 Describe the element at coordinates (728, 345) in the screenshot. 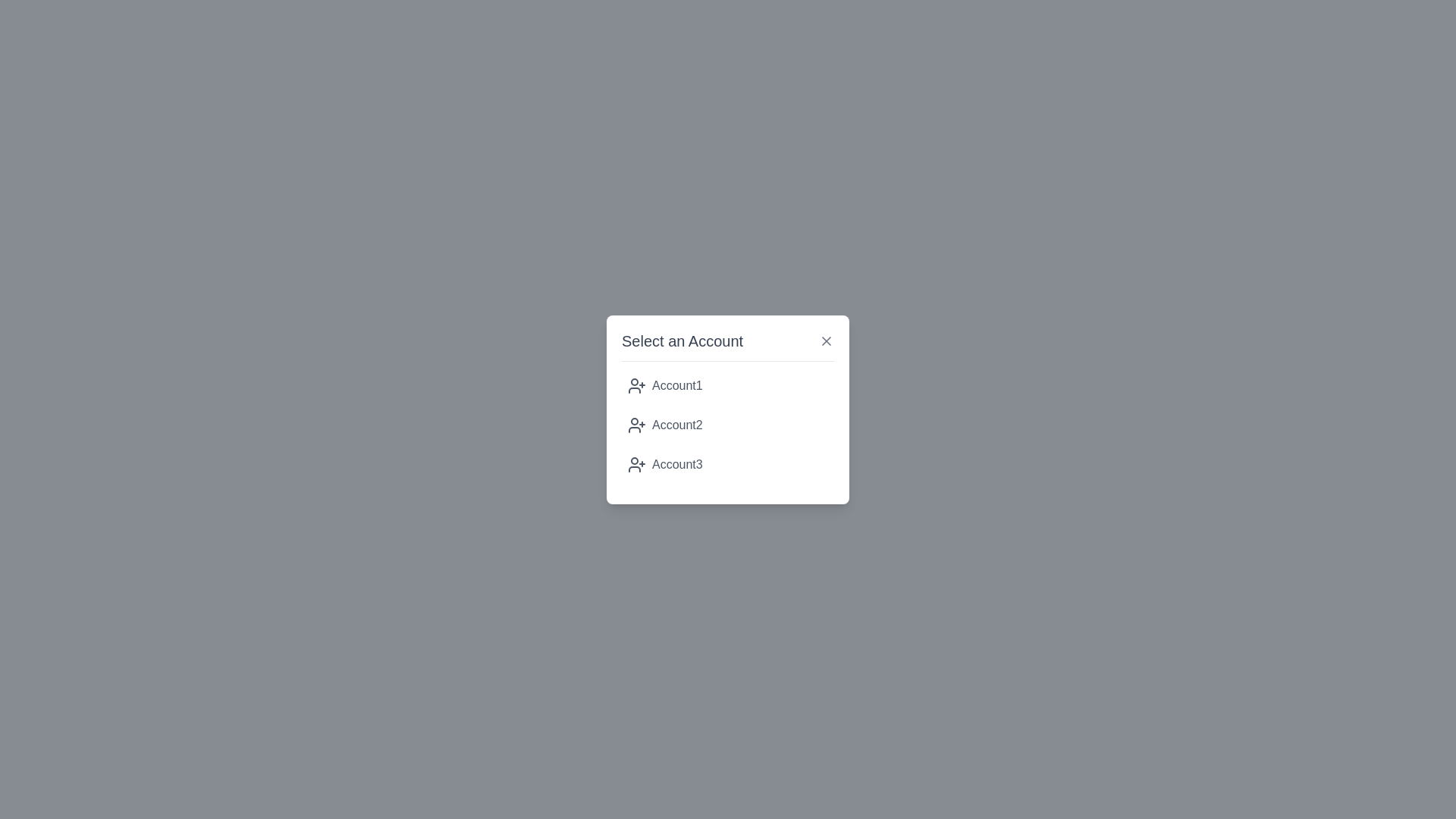

I see `the text 'Select an Account'` at that location.